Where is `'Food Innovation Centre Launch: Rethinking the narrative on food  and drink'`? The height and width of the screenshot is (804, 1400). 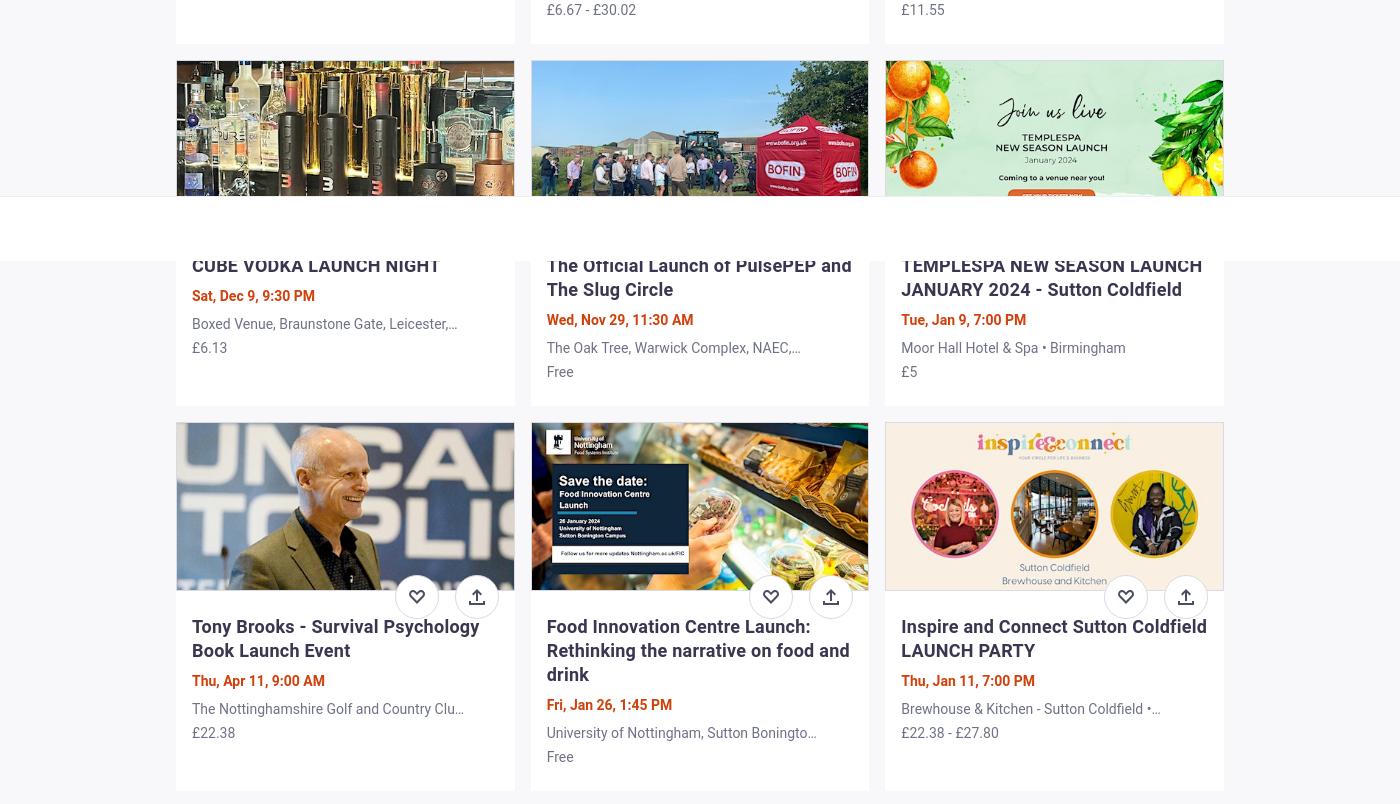
'Food Innovation Centre Launch: Rethinking the narrative on food  and drink' is located at coordinates (697, 649).